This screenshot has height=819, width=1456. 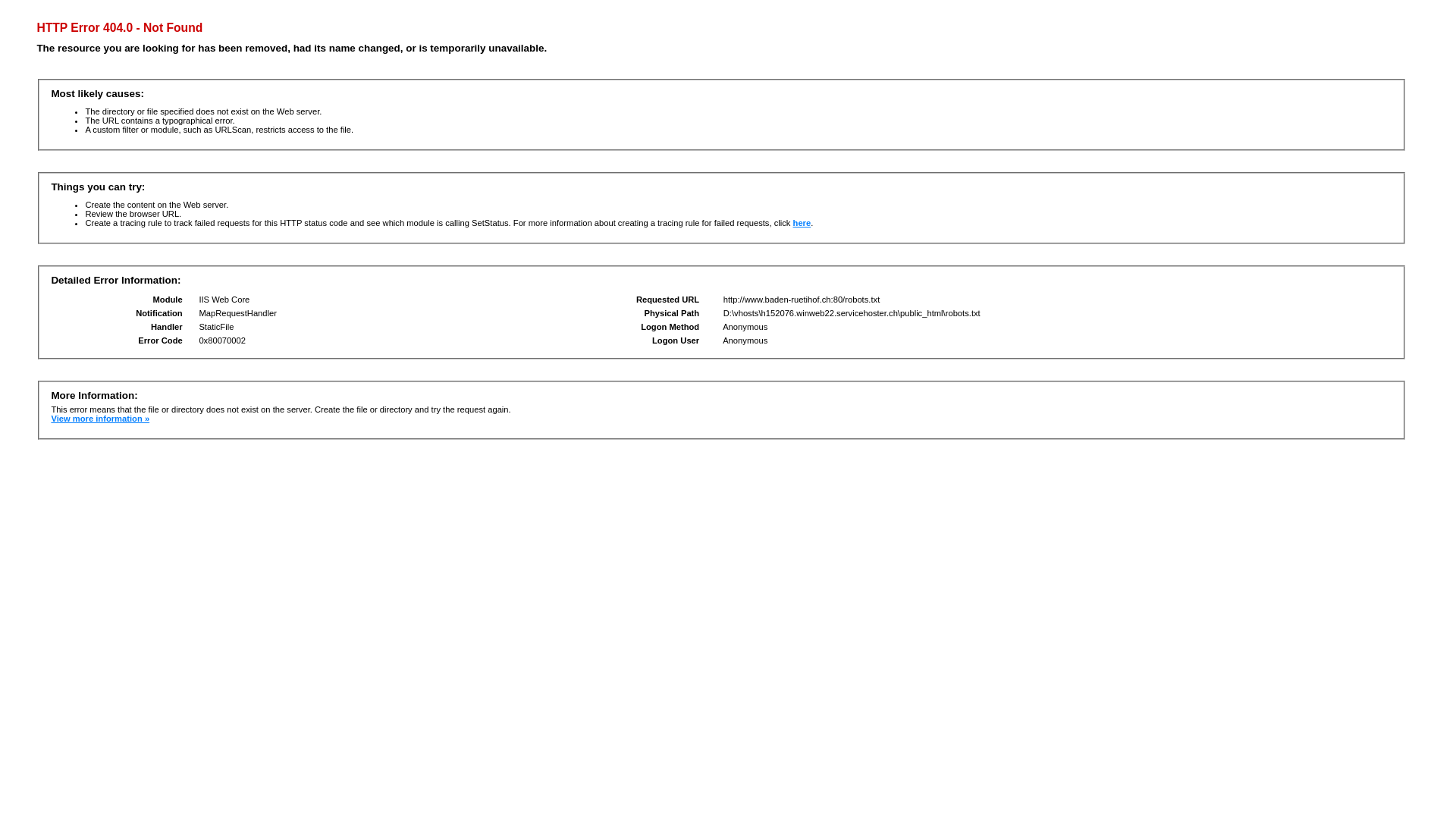 I want to click on 'here', so click(x=792, y=222).